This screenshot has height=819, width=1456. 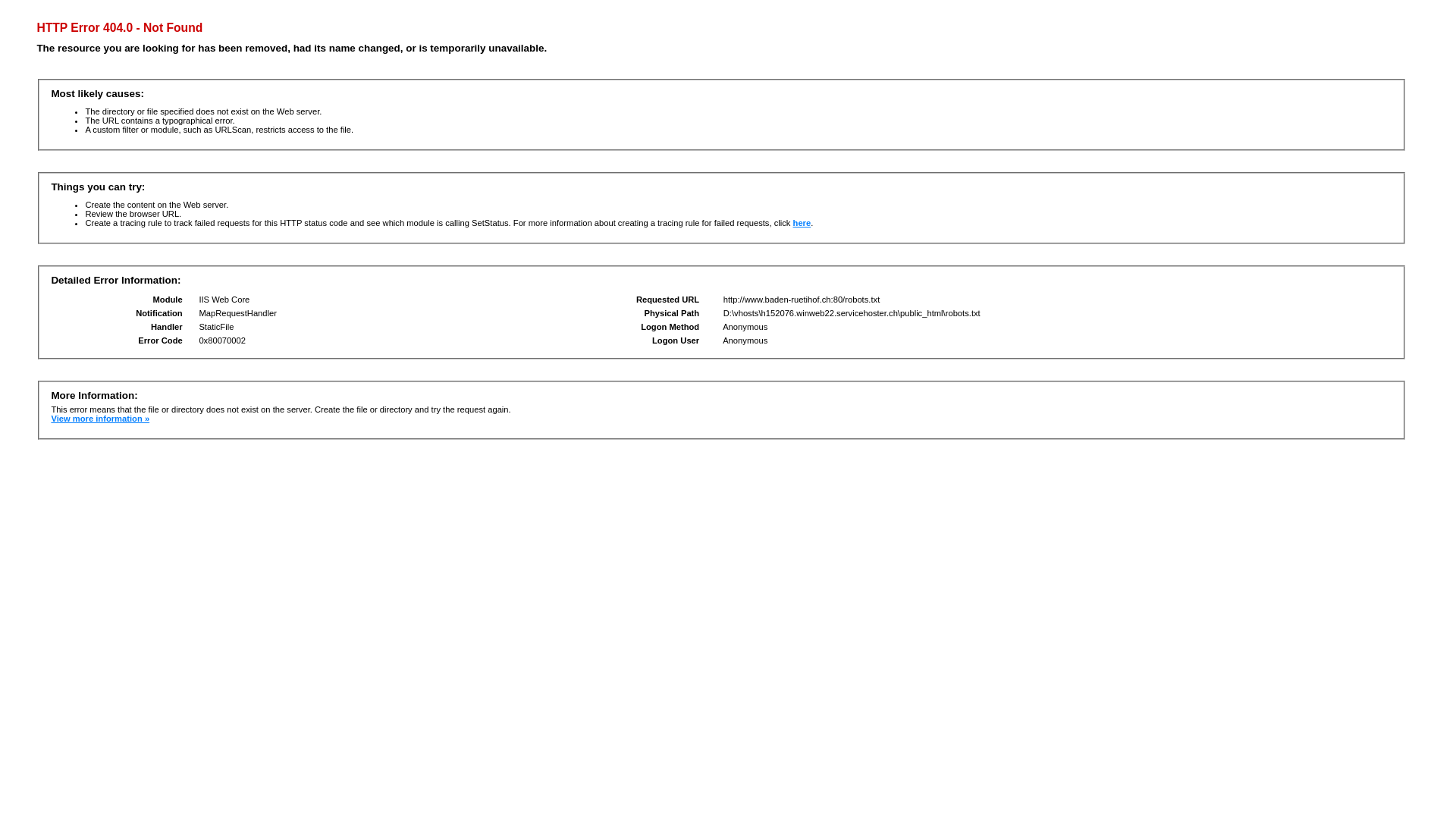 I want to click on 'here', so click(x=792, y=222).